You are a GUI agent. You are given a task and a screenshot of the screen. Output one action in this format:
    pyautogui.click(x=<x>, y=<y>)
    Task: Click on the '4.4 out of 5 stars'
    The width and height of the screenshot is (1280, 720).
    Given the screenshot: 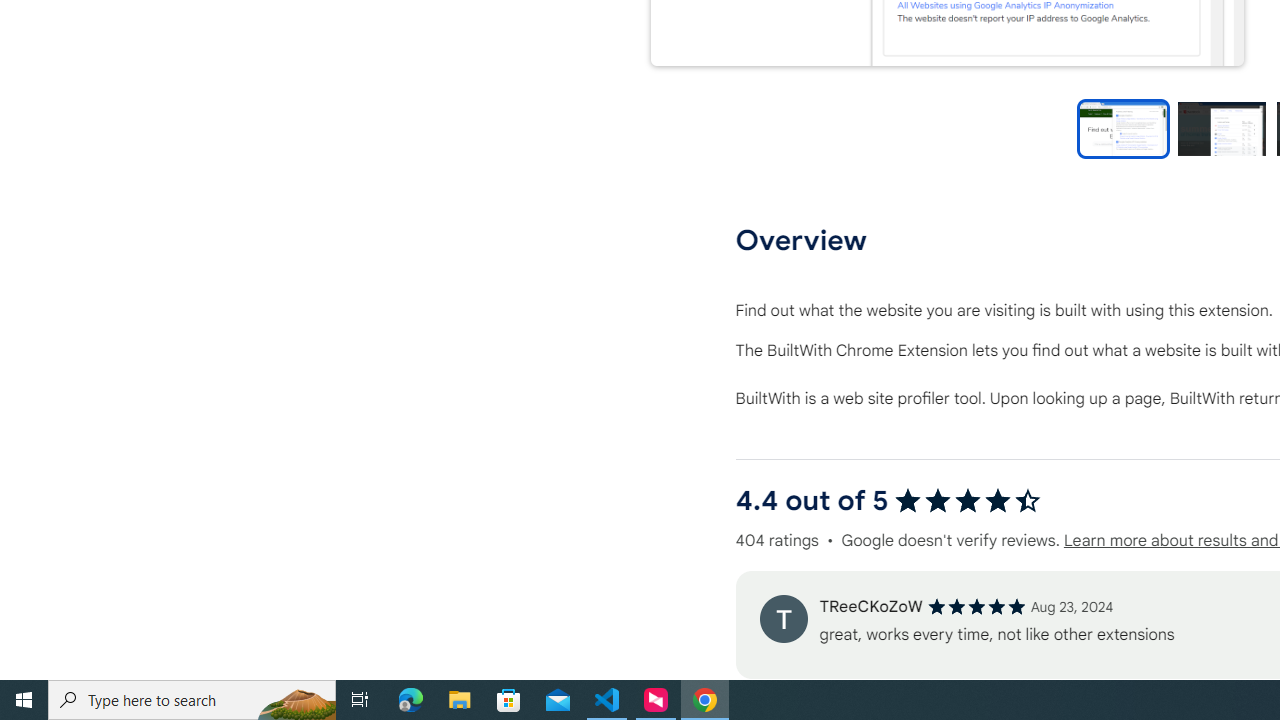 What is the action you would take?
    pyautogui.click(x=967, y=499)
    